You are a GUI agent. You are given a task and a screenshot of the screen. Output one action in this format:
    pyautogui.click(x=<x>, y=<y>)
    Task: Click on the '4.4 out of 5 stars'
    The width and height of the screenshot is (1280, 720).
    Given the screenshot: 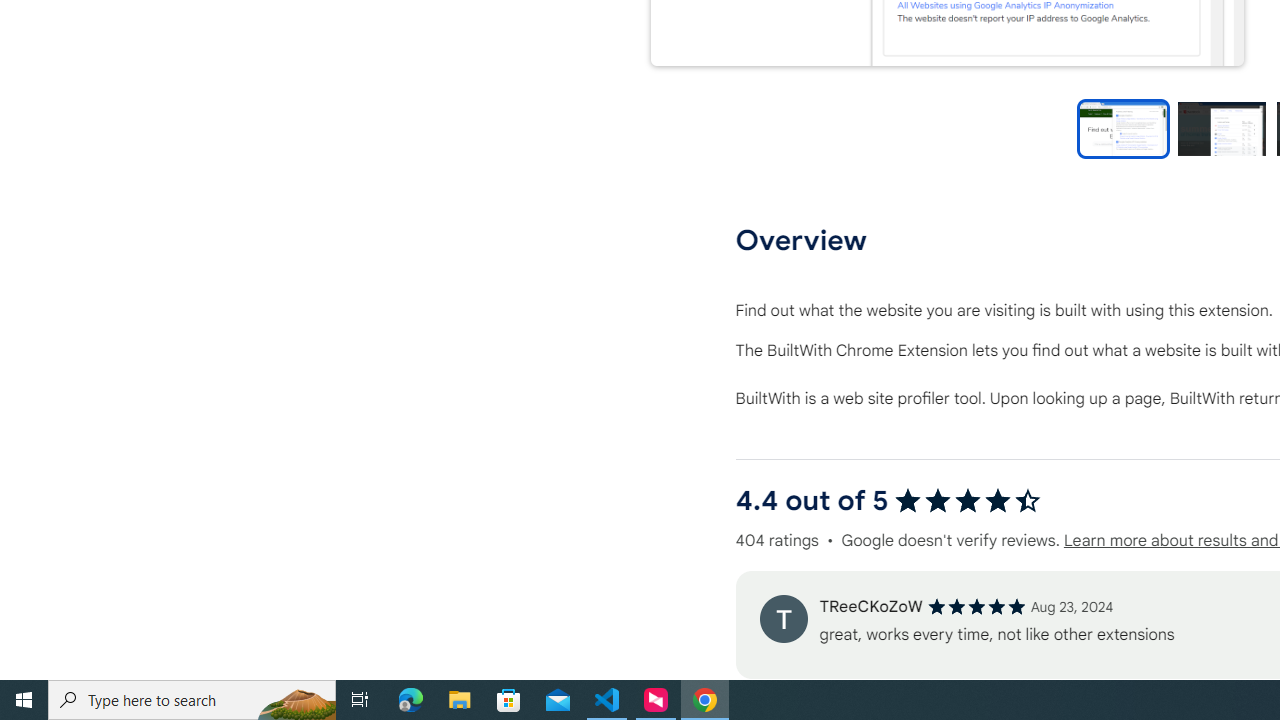 What is the action you would take?
    pyautogui.click(x=967, y=499)
    